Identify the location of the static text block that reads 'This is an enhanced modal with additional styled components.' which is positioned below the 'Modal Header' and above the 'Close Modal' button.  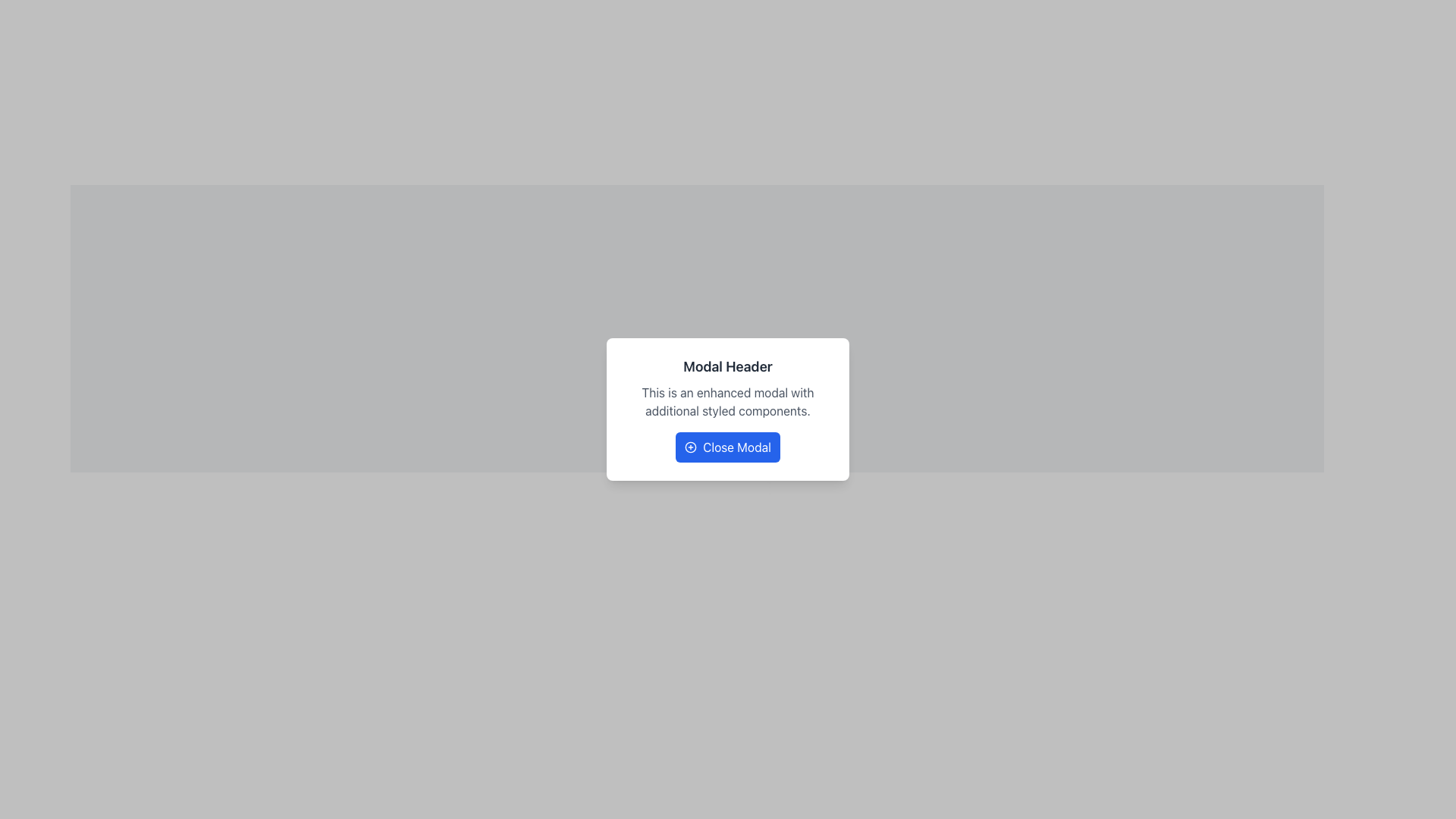
(728, 400).